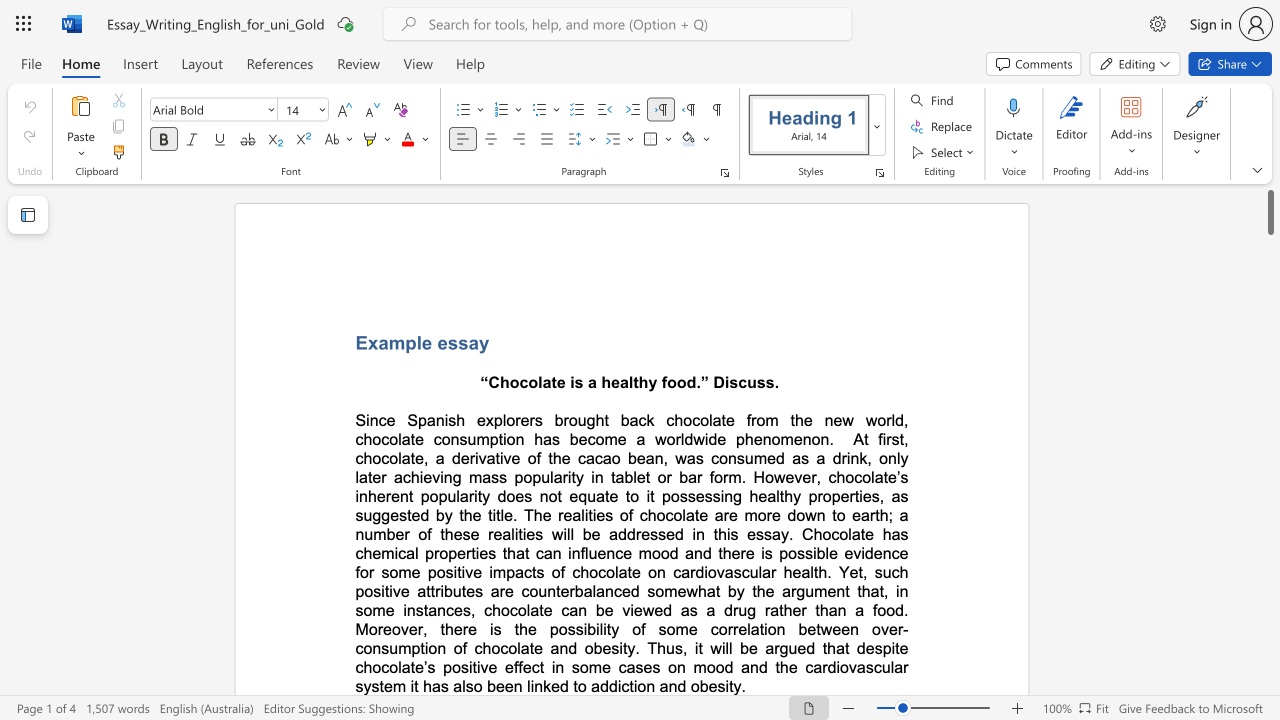 The width and height of the screenshot is (1280, 720). I want to click on the scrollbar on the side, so click(1269, 470).